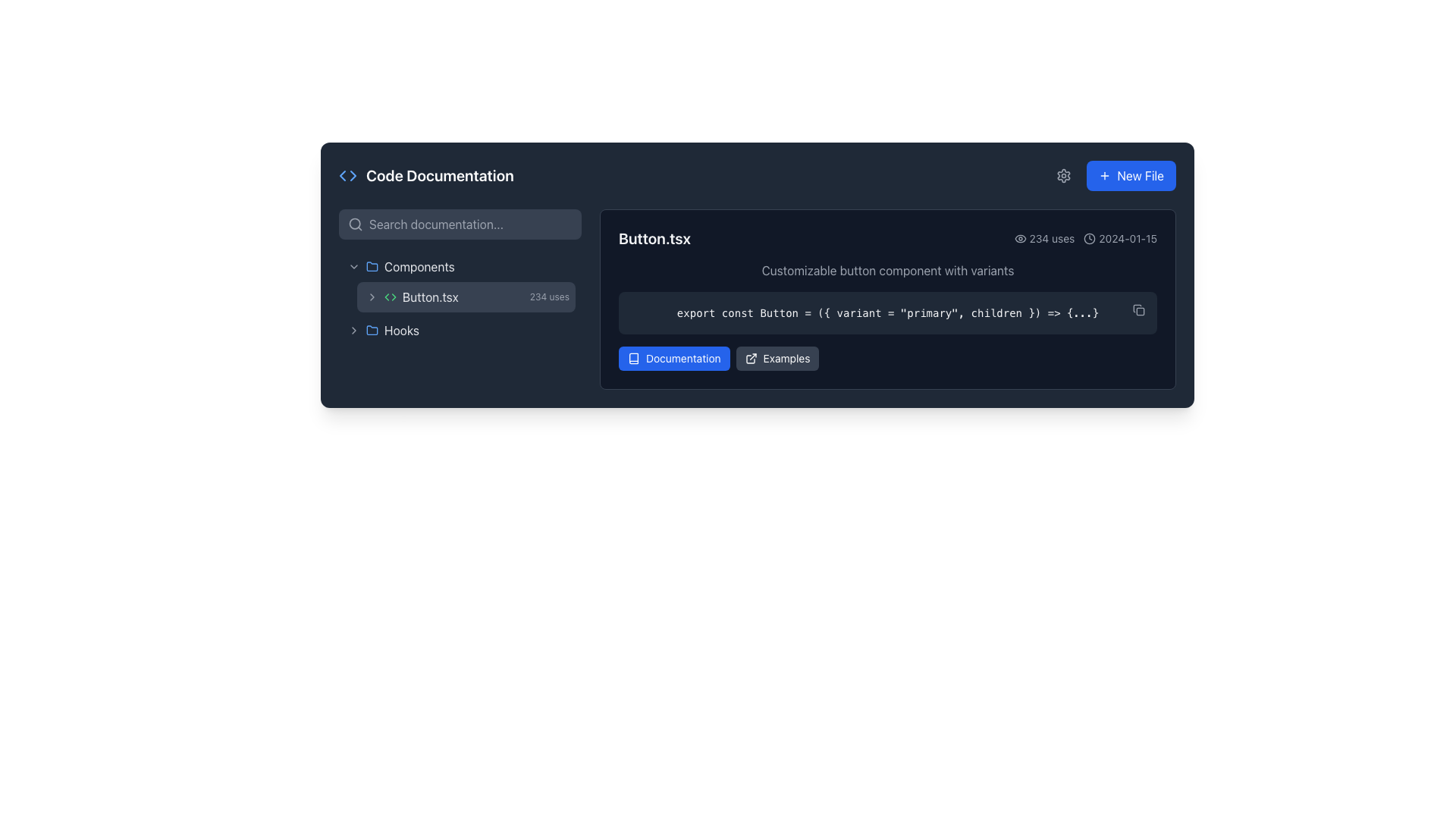  Describe the element at coordinates (353, 265) in the screenshot. I see `the downward chevron icon located to the left of the 'Components' text in the sidebar` at that location.